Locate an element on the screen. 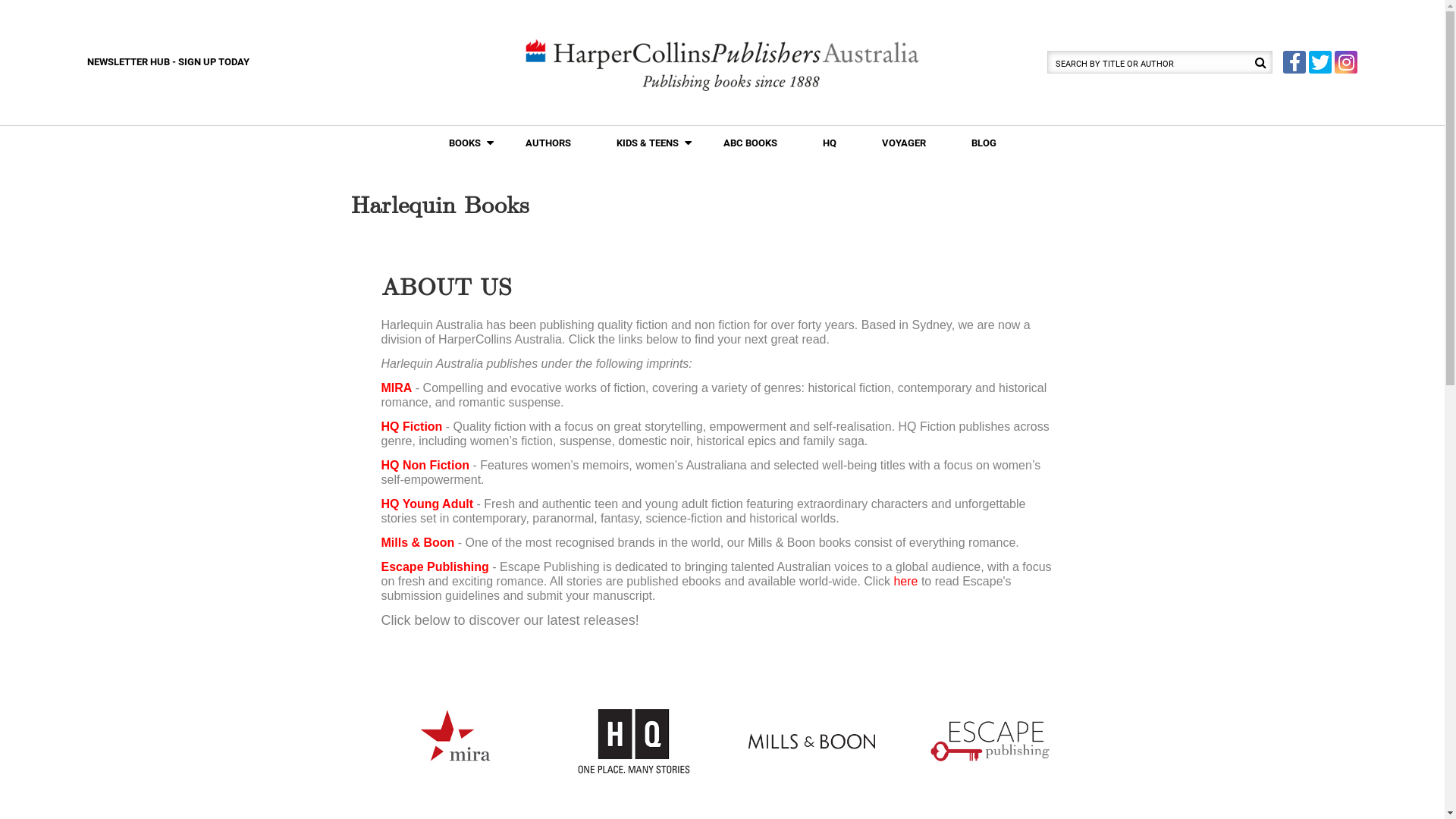 The height and width of the screenshot is (819, 1456). 'hq' is located at coordinates (633, 740).